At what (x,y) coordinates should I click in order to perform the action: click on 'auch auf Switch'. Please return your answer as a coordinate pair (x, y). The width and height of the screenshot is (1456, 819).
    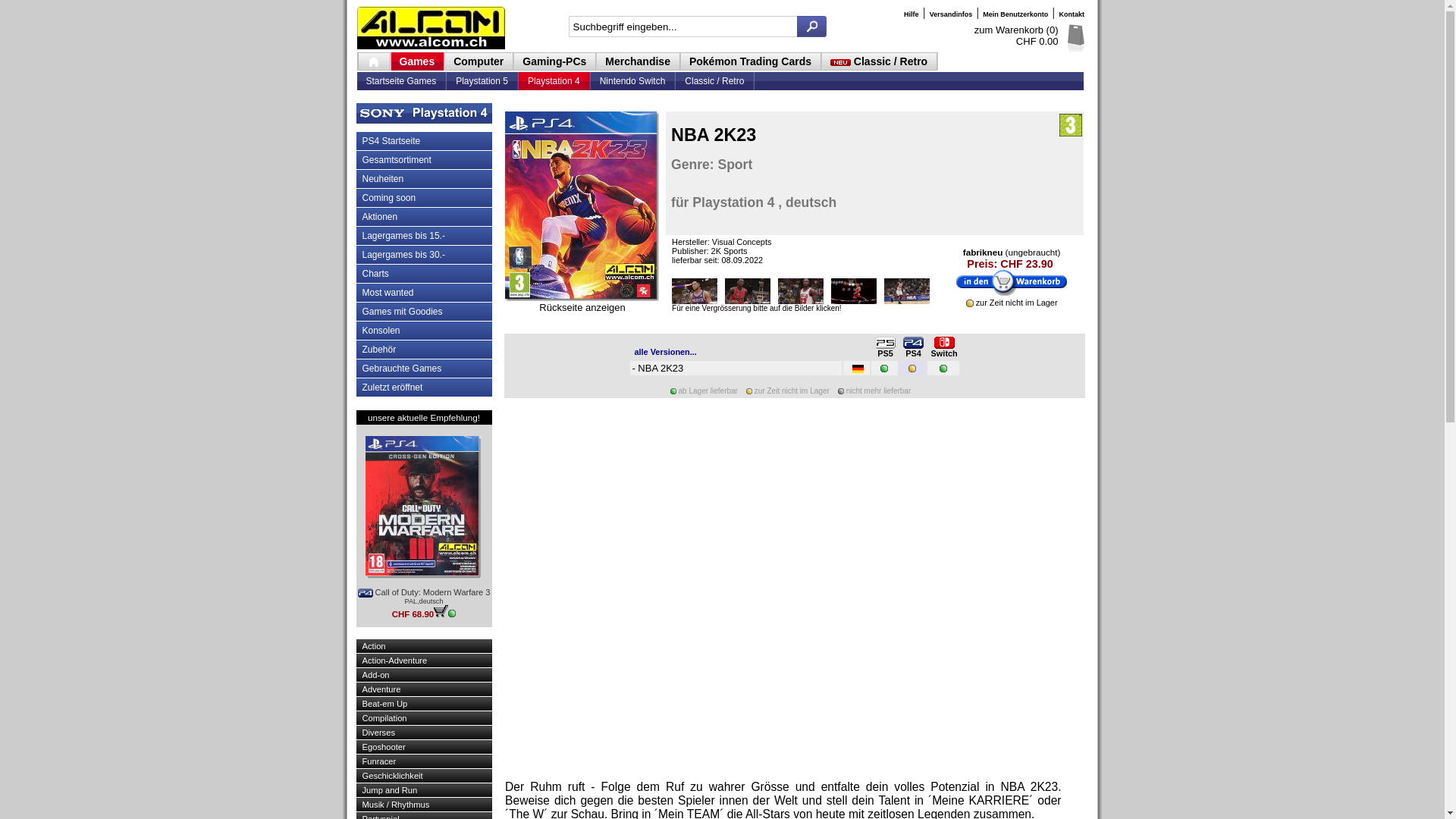
    Looking at the image, I should click on (943, 342).